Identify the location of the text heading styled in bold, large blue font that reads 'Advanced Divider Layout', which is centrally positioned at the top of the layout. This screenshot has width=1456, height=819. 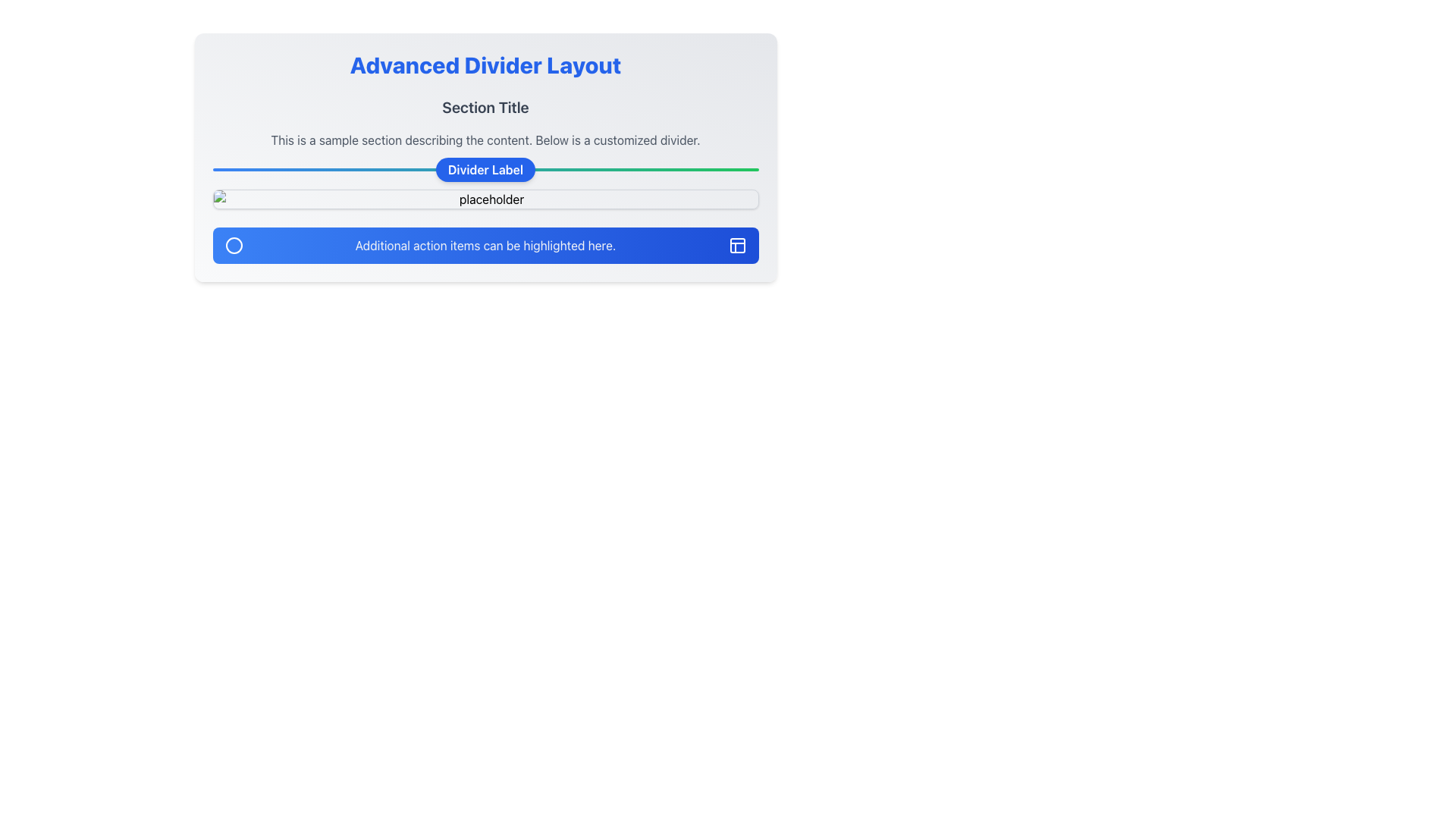
(485, 64).